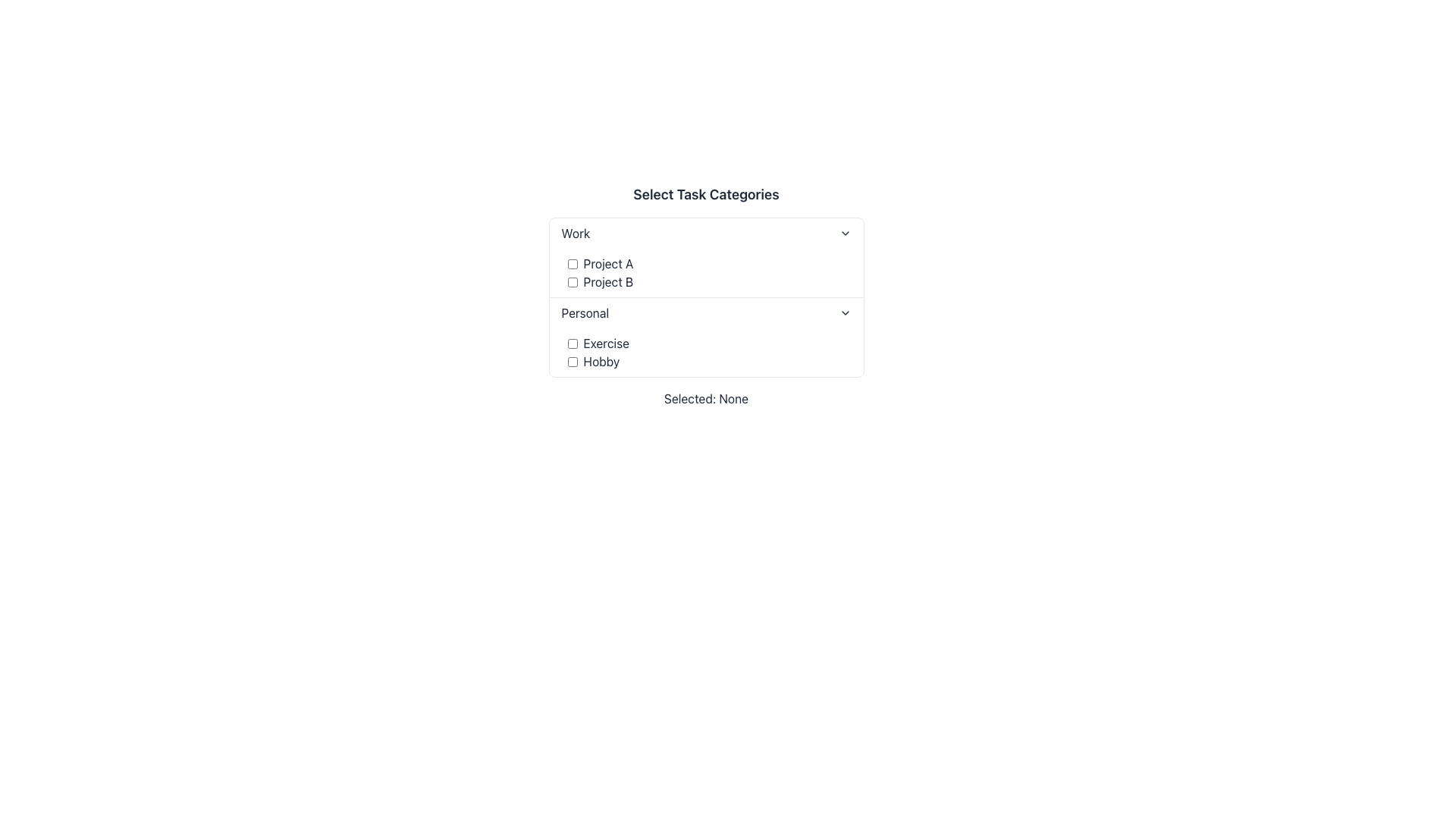 The height and width of the screenshot is (819, 1456). What do you see at coordinates (571, 343) in the screenshot?
I see `the 'Exercise' checkbox in the 'Personal' section` at bounding box center [571, 343].